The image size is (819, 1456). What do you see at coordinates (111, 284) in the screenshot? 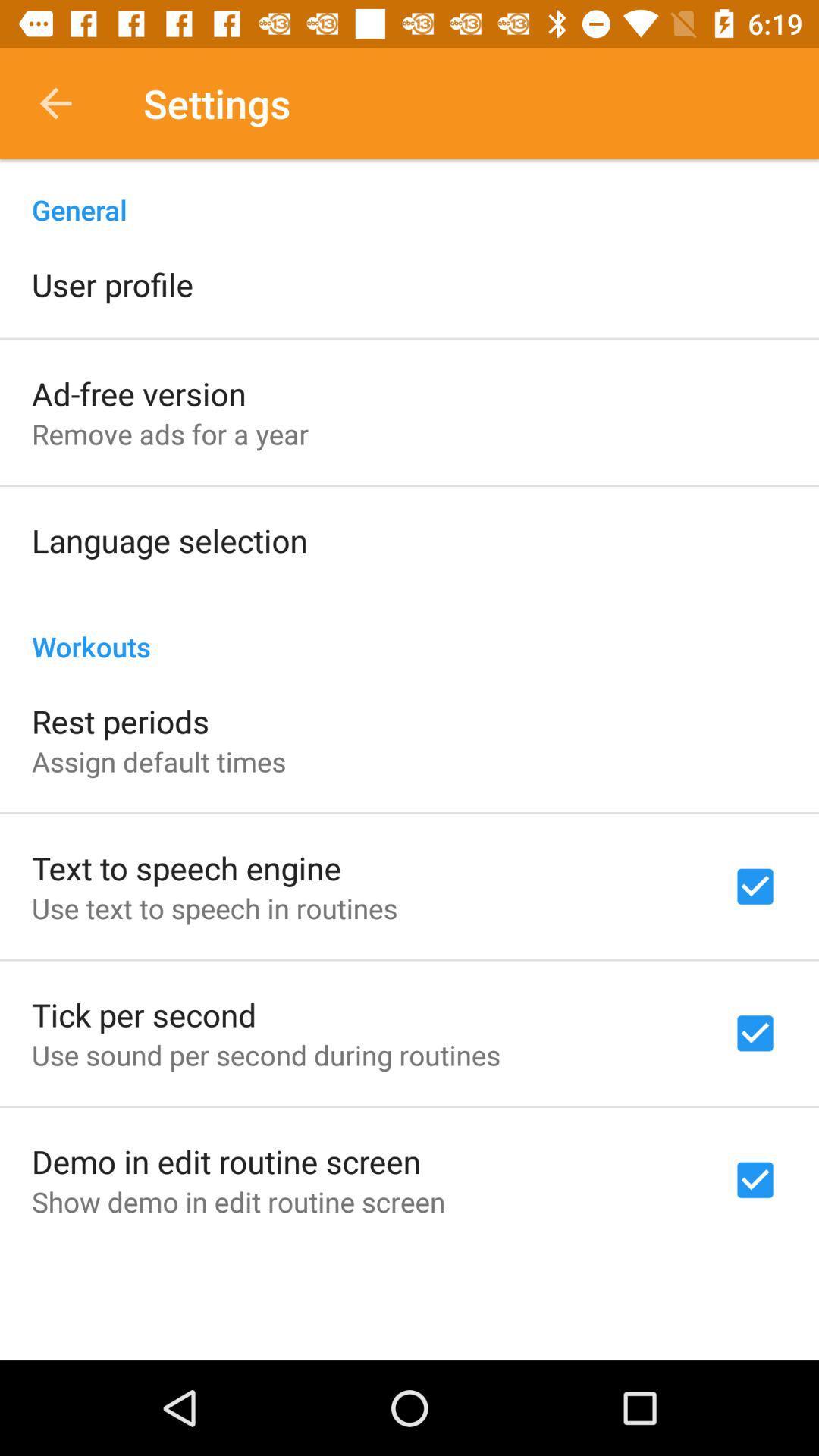
I see `the user profile` at bounding box center [111, 284].